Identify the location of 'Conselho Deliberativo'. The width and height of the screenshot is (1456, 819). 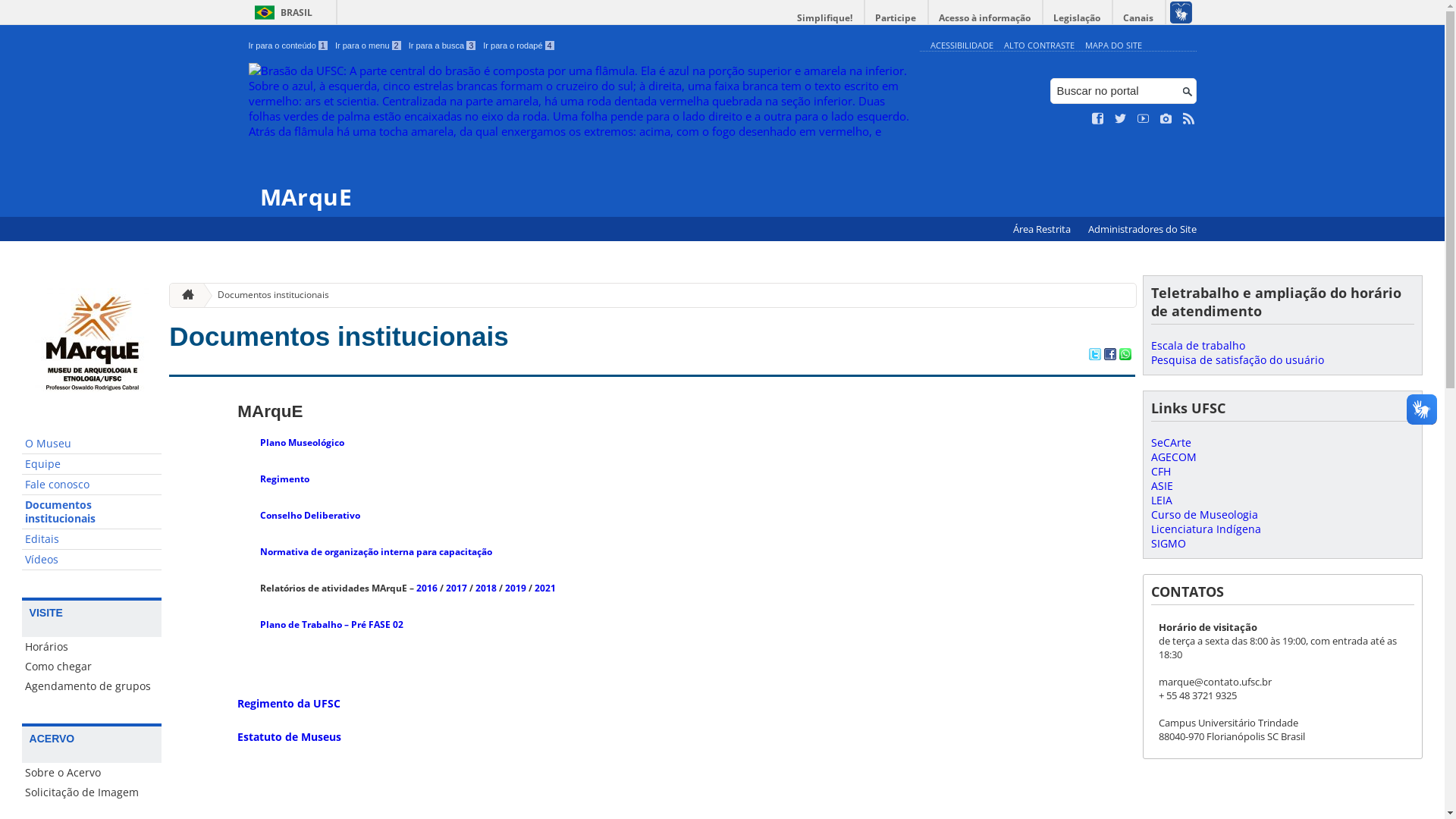
(309, 514).